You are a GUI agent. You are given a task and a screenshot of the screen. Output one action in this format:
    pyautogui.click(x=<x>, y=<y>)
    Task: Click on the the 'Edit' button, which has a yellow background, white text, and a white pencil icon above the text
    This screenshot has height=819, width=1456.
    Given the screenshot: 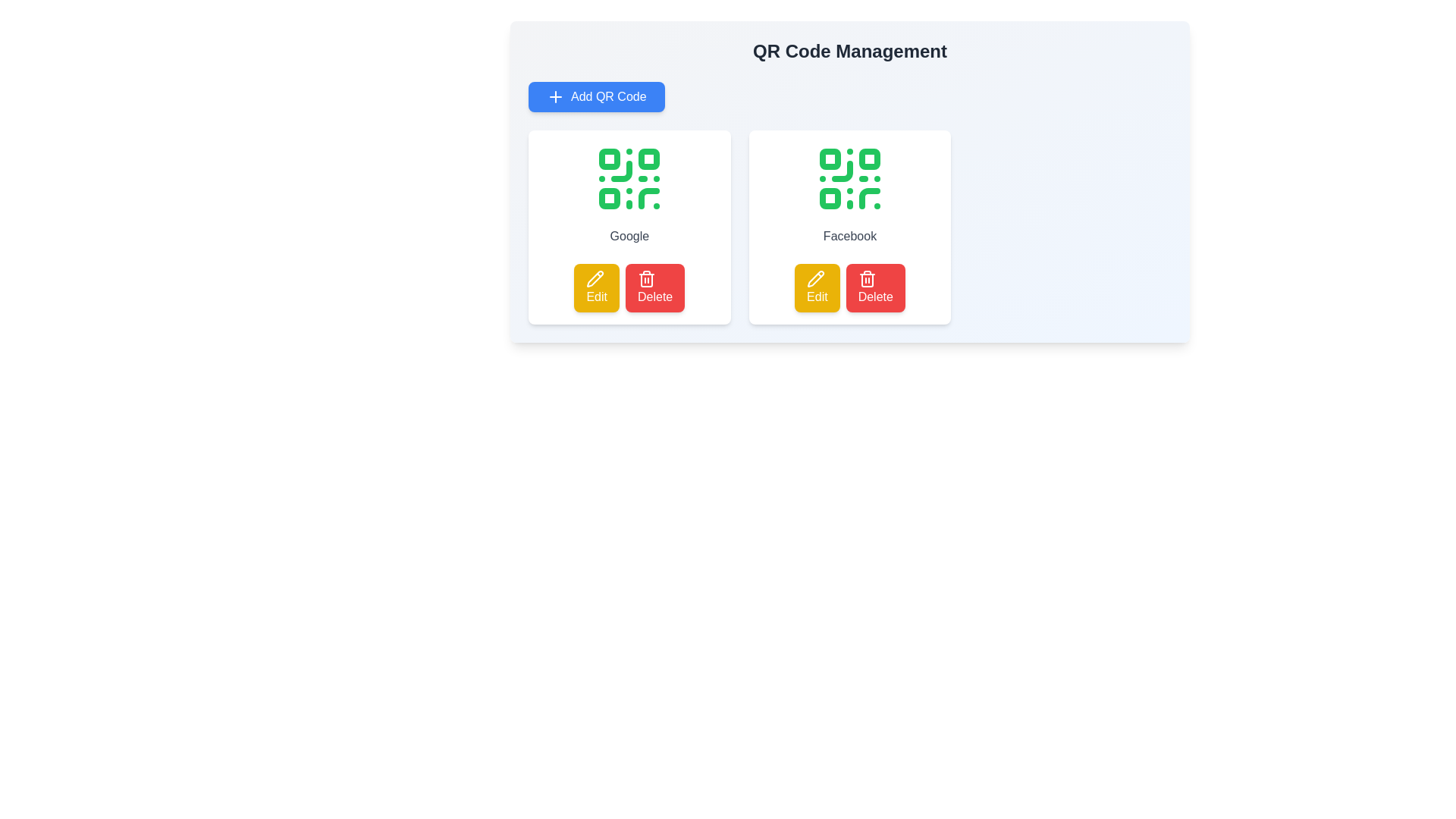 What is the action you would take?
    pyautogui.click(x=596, y=288)
    